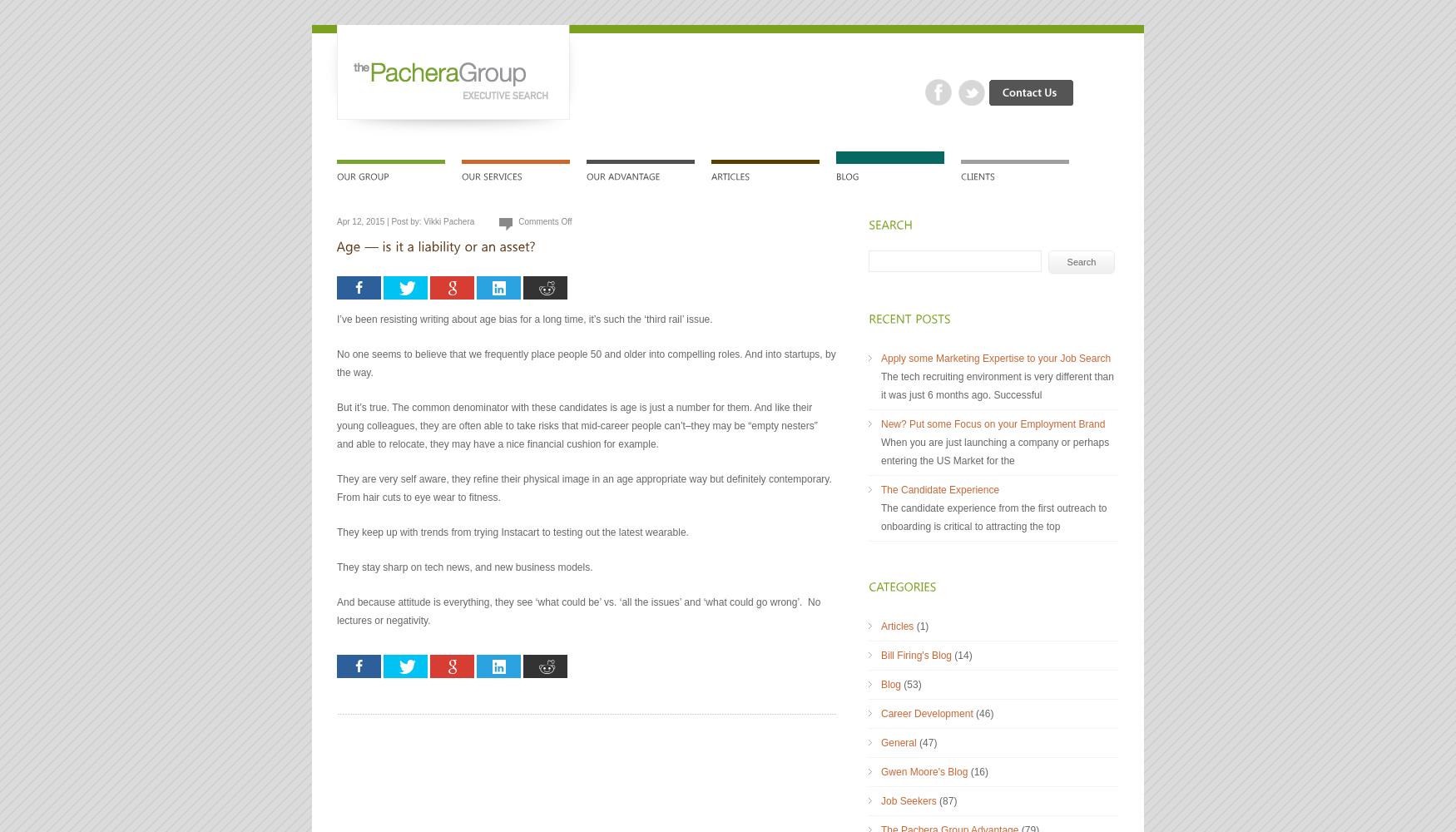  What do you see at coordinates (945, 800) in the screenshot?
I see `'(87)'` at bounding box center [945, 800].